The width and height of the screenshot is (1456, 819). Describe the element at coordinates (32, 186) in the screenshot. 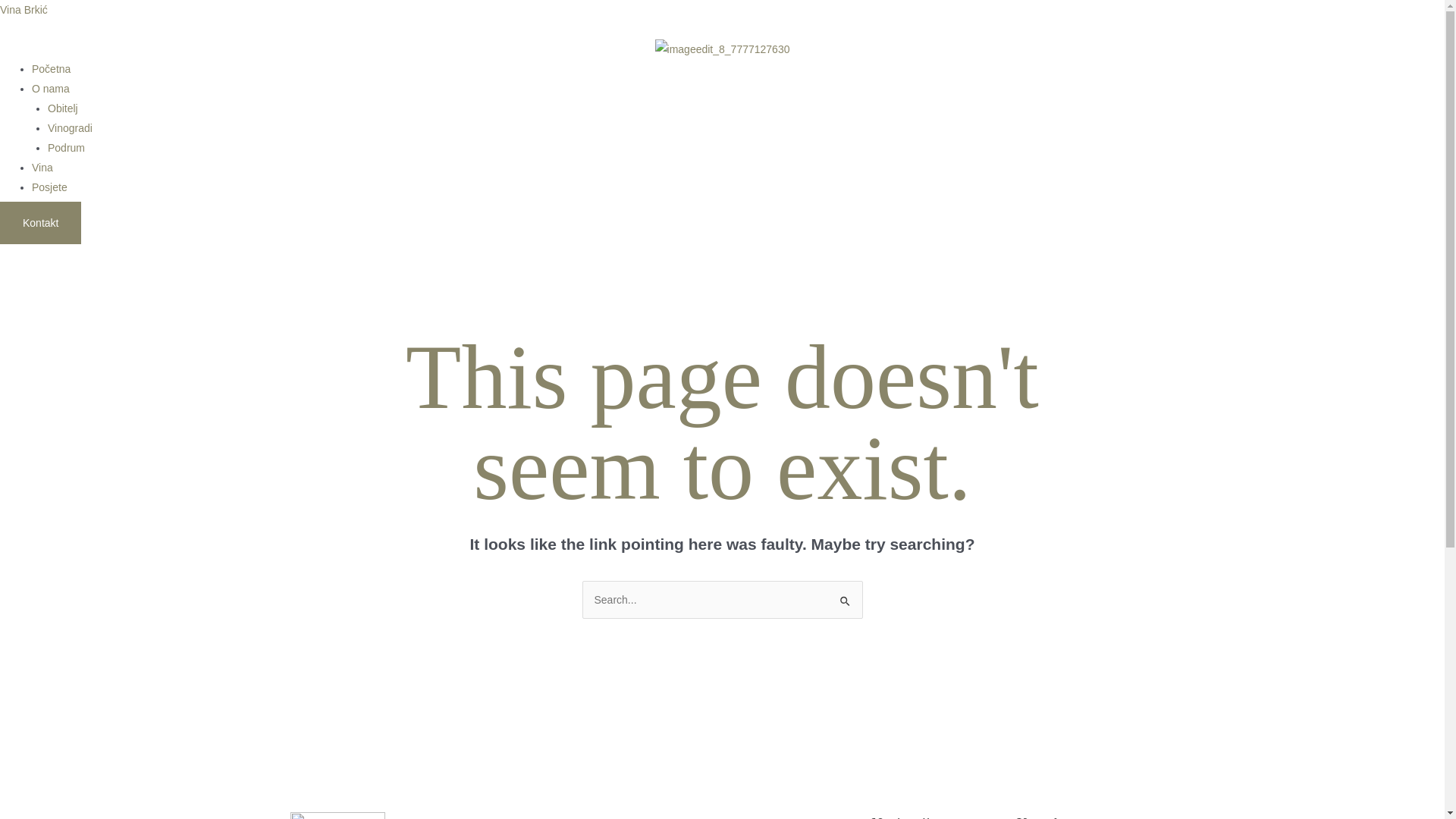

I see `'Posjete'` at that location.